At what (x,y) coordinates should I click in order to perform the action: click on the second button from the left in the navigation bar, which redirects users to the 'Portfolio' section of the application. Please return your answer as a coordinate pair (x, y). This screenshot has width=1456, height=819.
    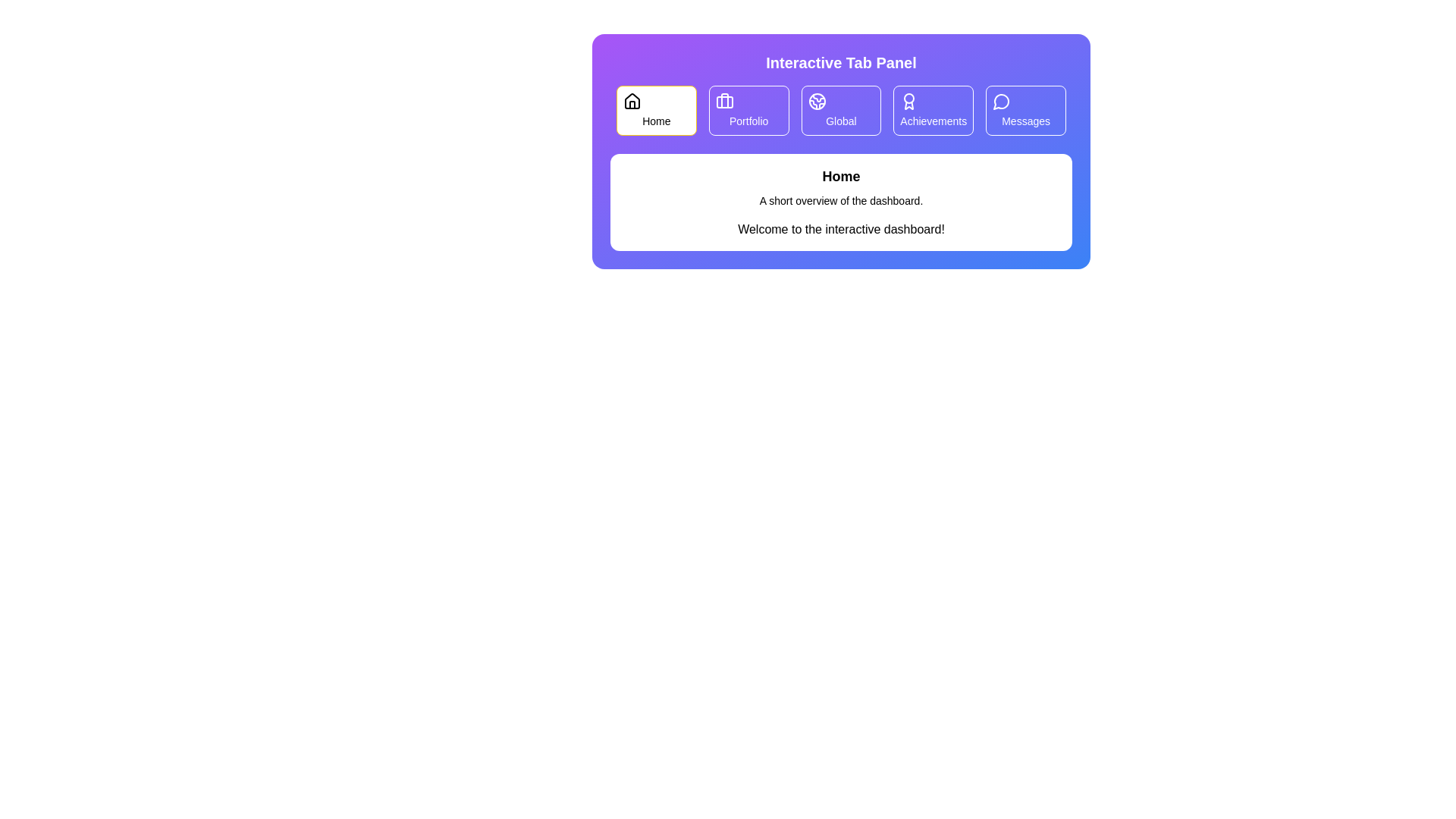
    Looking at the image, I should click on (748, 110).